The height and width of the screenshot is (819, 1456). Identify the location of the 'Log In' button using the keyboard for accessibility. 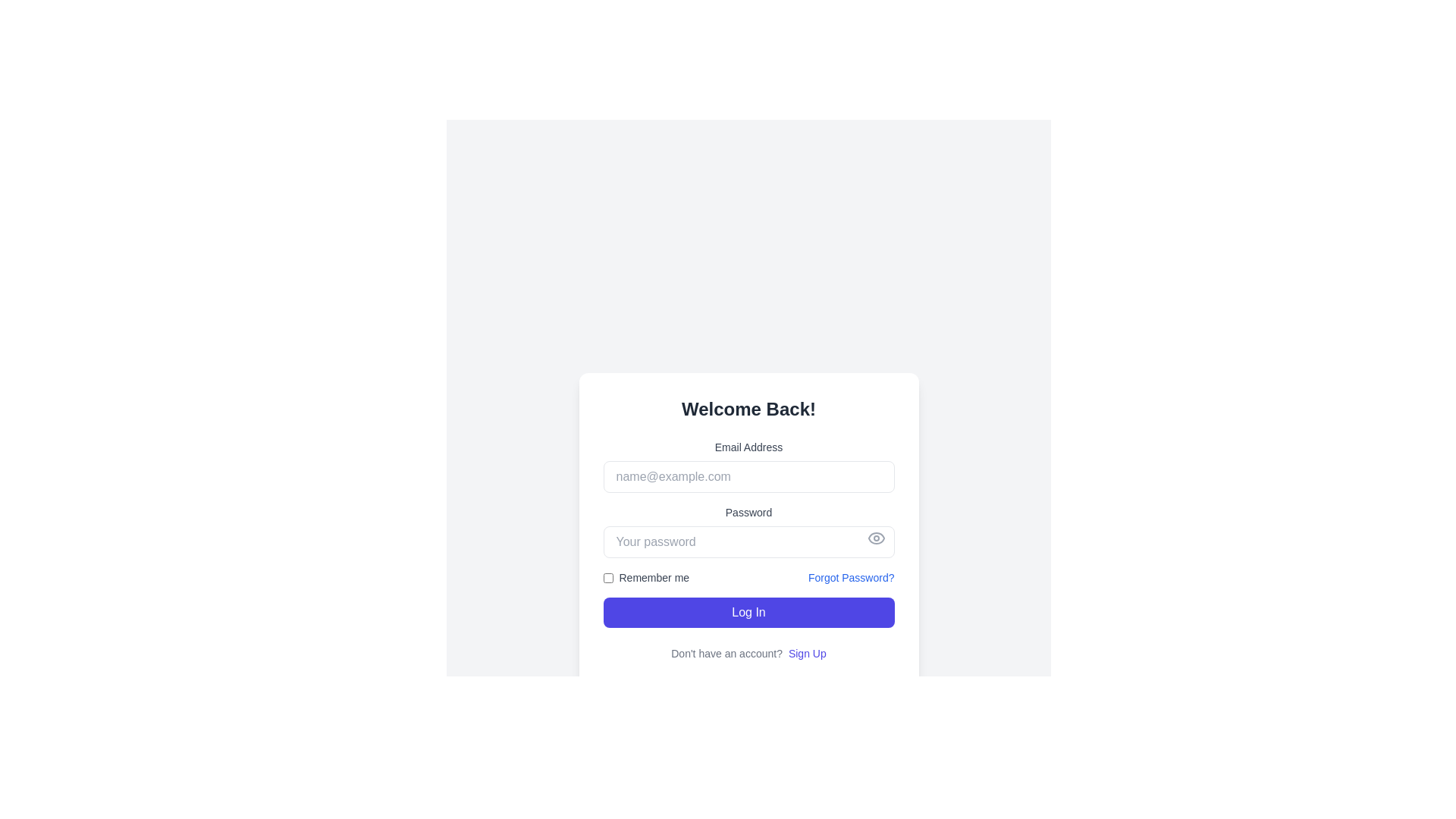
(748, 611).